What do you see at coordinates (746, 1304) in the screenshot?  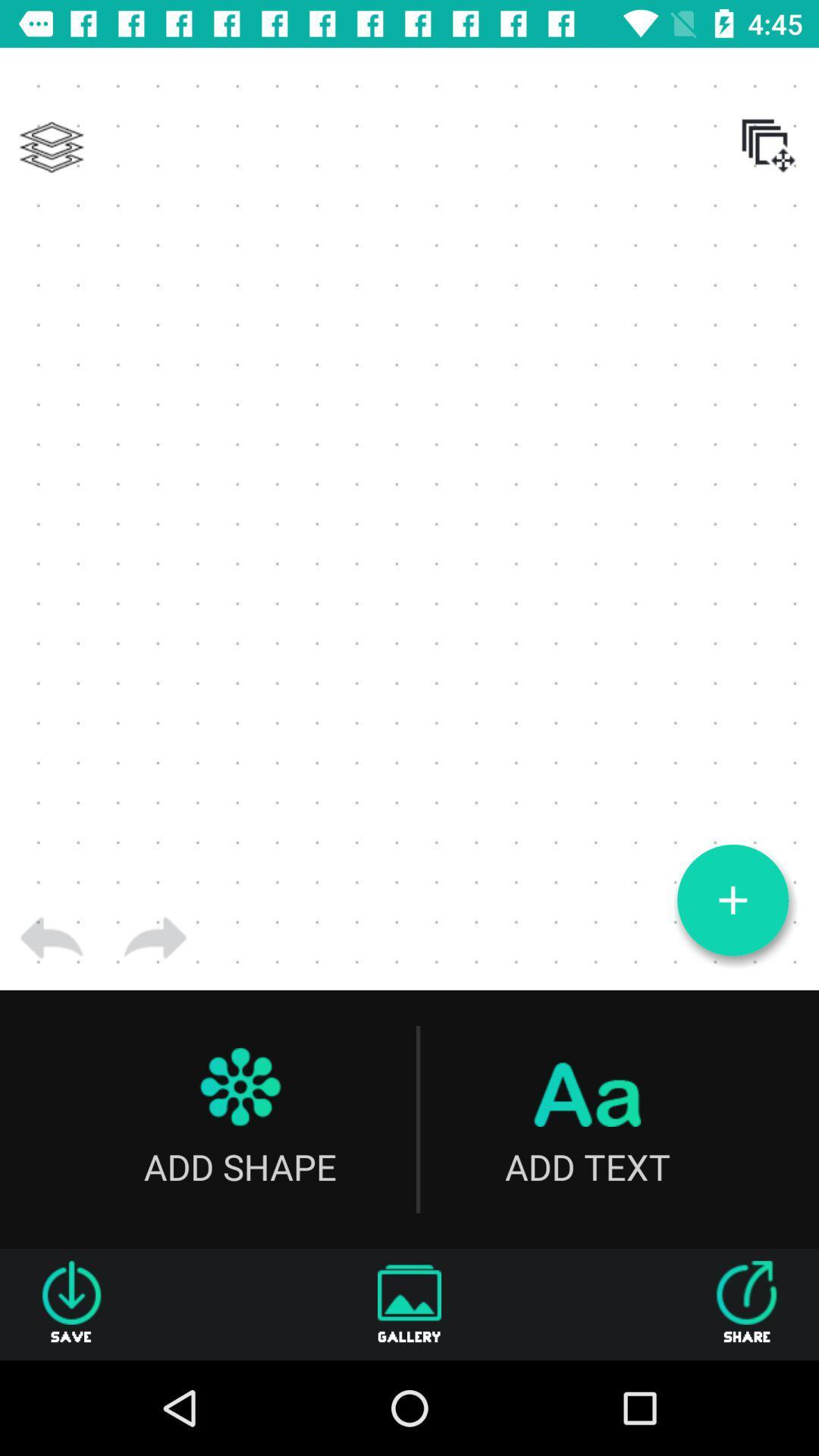 I see `the icon to the right of gallery` at bounding box center [746, 1304].